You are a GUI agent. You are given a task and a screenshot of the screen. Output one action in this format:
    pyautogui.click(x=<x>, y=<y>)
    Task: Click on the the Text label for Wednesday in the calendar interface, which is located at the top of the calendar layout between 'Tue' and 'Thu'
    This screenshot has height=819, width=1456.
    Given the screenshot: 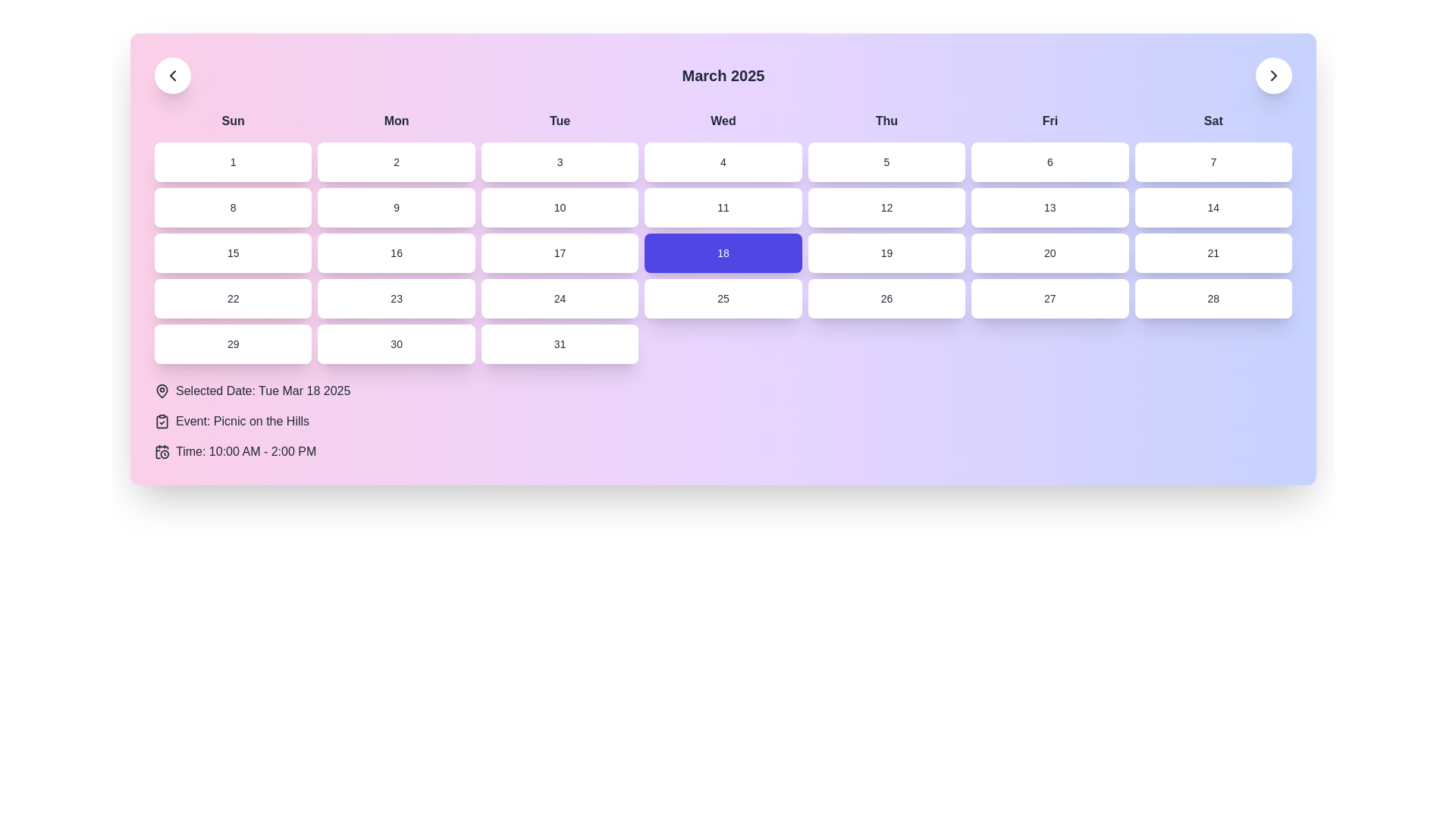 What is the action you would take?
    pyautogui.click(x=723, y=120)
    